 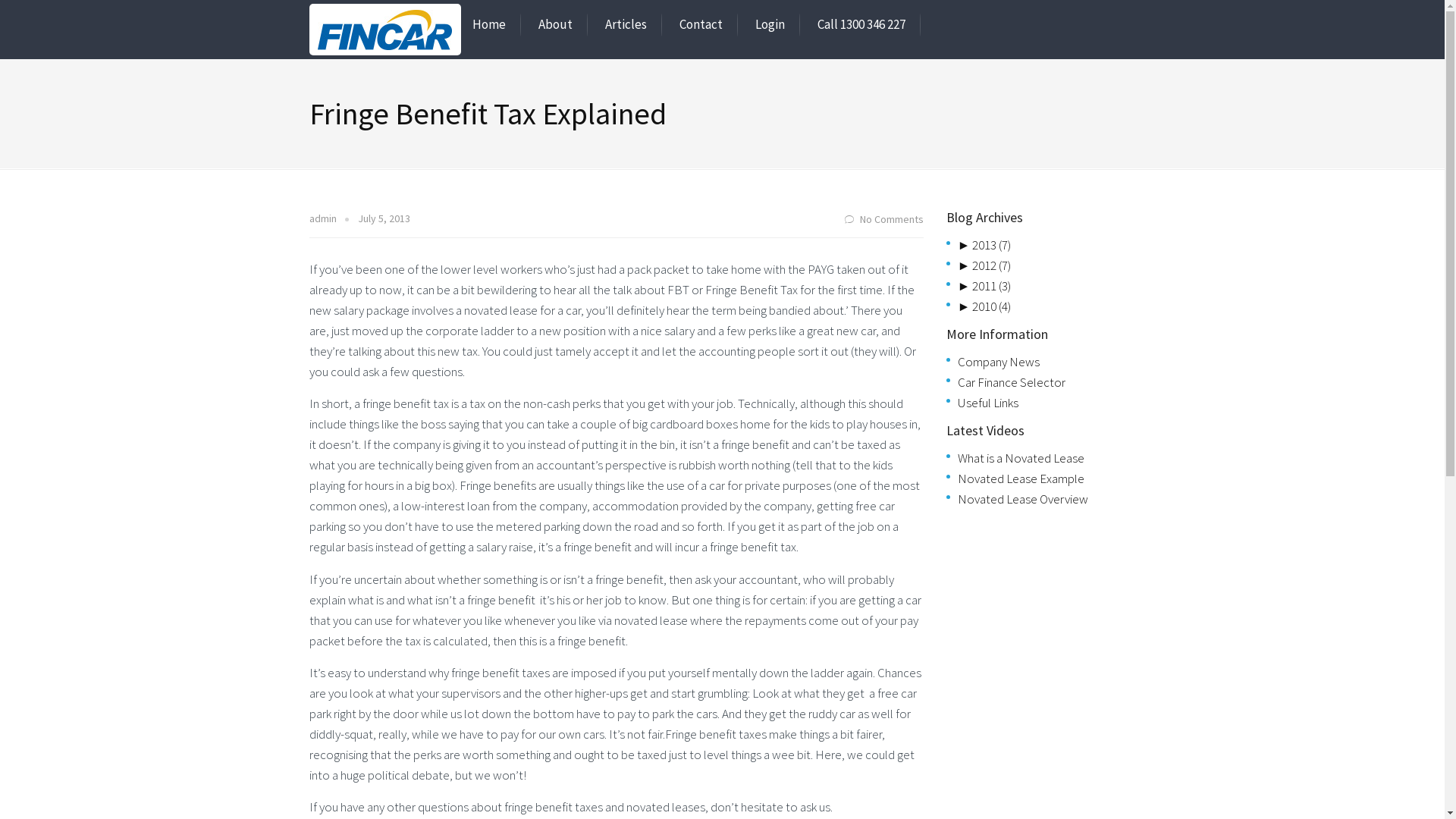 What do you see at coordinates (488, 24) in the screenshot?
I see `'Home'` at bounding box center [488, 24].